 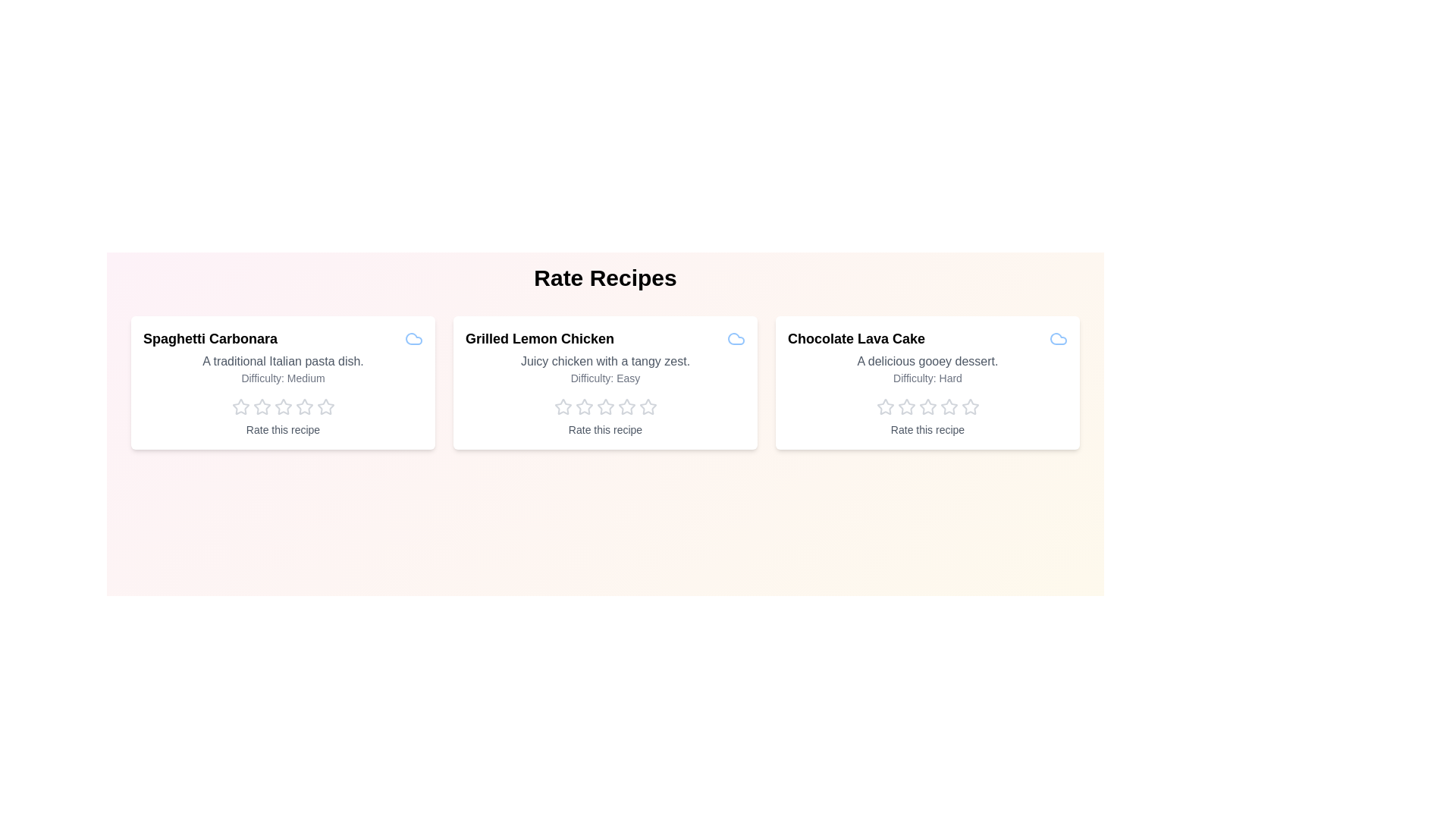 I want to click on the cloud icon for Spaghetti Carbonara to access additional features, so click(x=414, y=338).